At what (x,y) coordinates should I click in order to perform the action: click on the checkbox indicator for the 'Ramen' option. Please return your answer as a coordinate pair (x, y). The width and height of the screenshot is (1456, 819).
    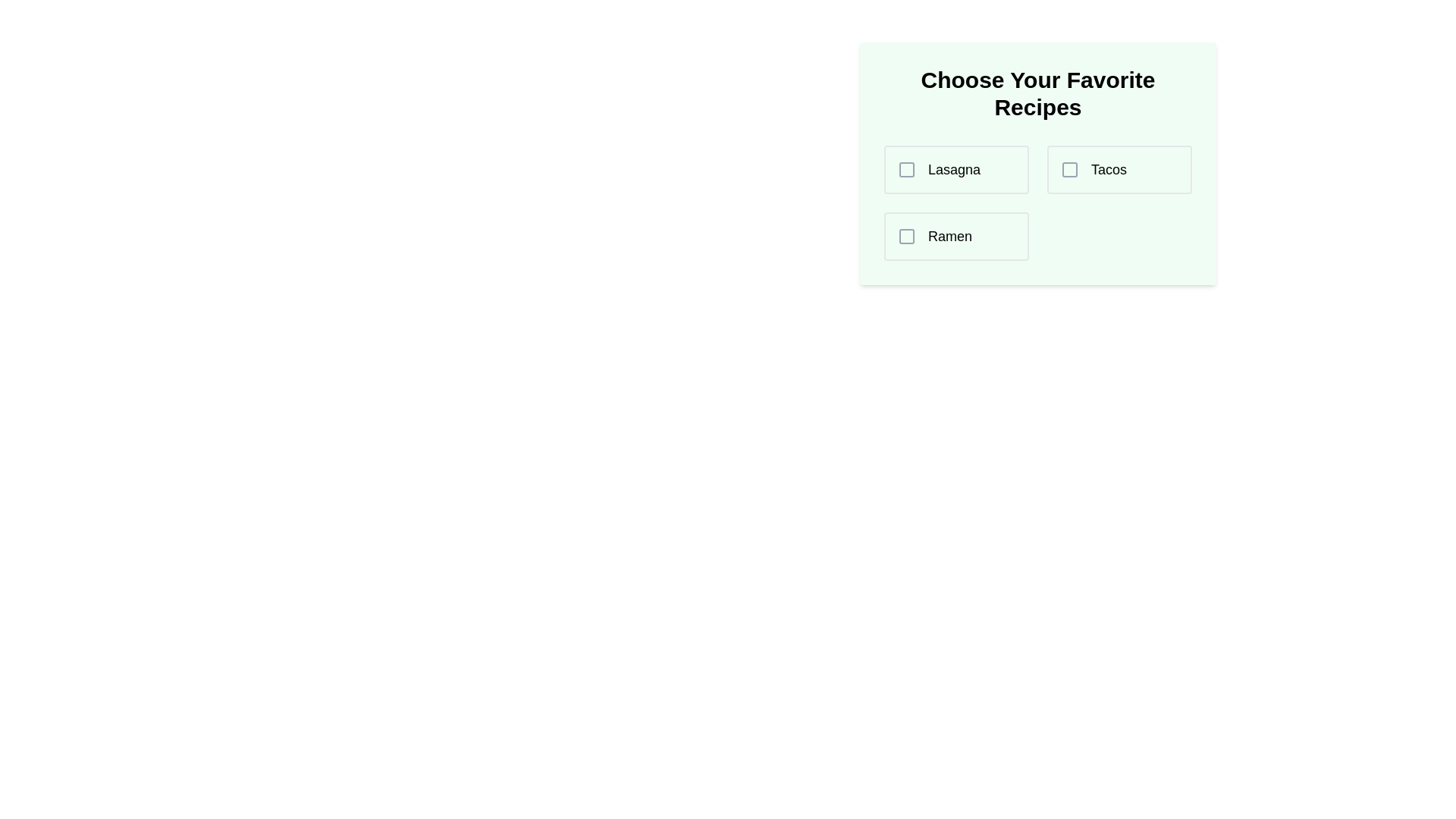
    Looking at the image, I should click on (906, 237).